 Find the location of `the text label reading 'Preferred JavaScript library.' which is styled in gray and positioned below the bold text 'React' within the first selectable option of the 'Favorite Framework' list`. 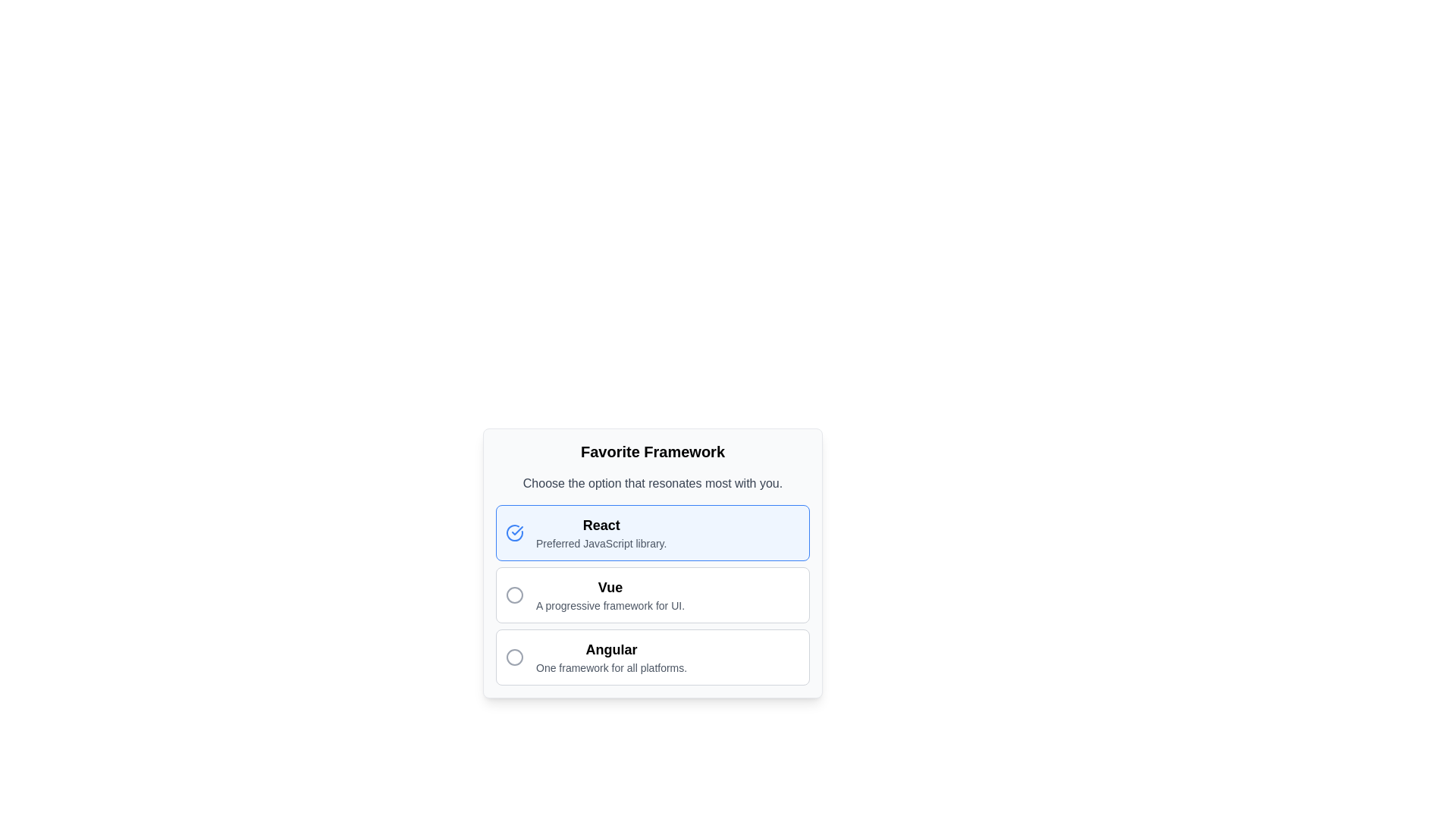

the text label reading 'Preferred JavaScript library.' which is styled in gray and positioned below the bold text 'React' within the first selectable option of the 'Favorite Framework' list is located at coordinates (601, 543).